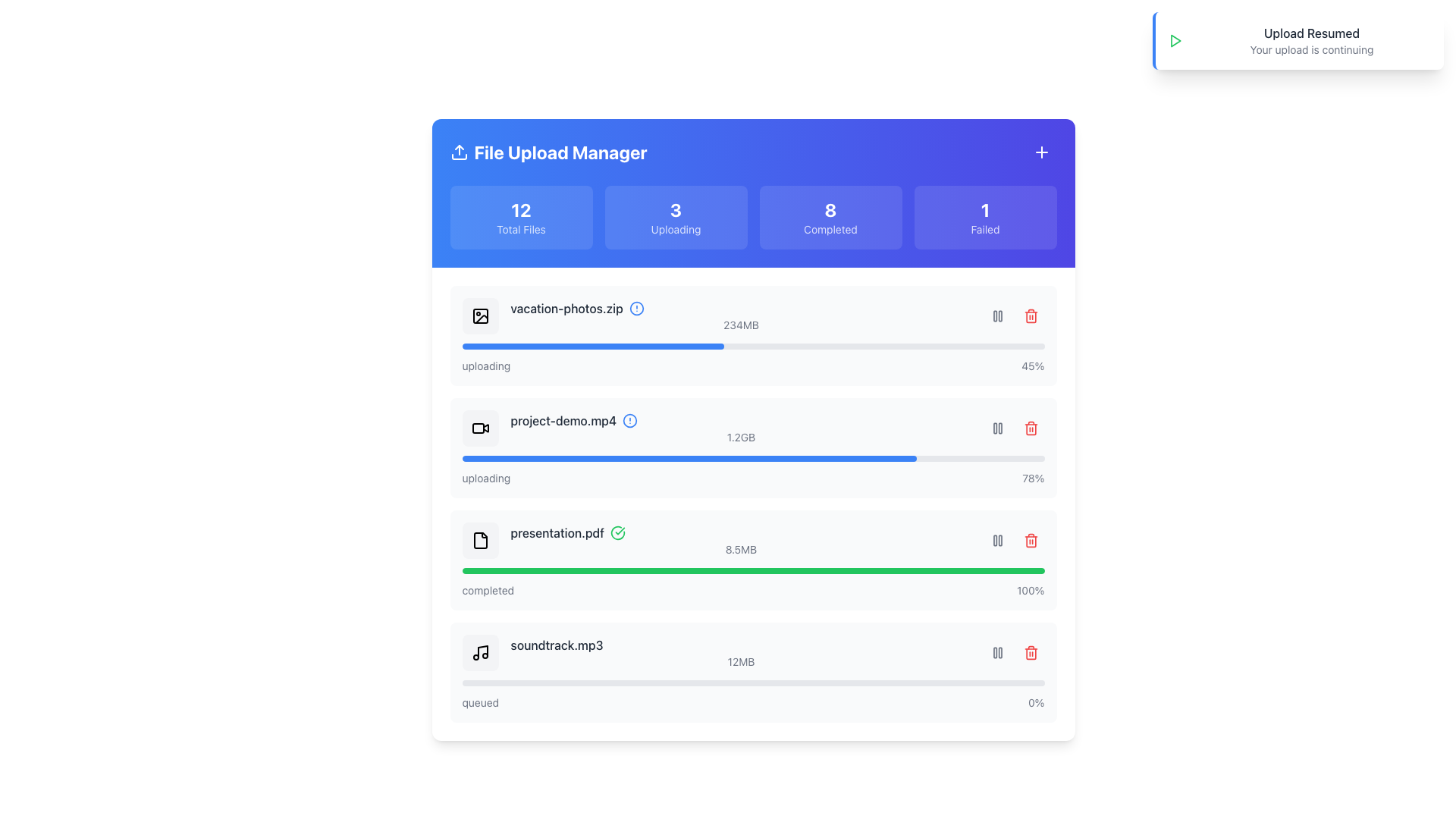 The image size is (1456, 819). Describe the element at coordinates (486, 366) in the screenshot. I see `the text label displaying 'uploading' located under the progress bar of the file upload manager for the file 'vacation-photos.zip'` at that location.